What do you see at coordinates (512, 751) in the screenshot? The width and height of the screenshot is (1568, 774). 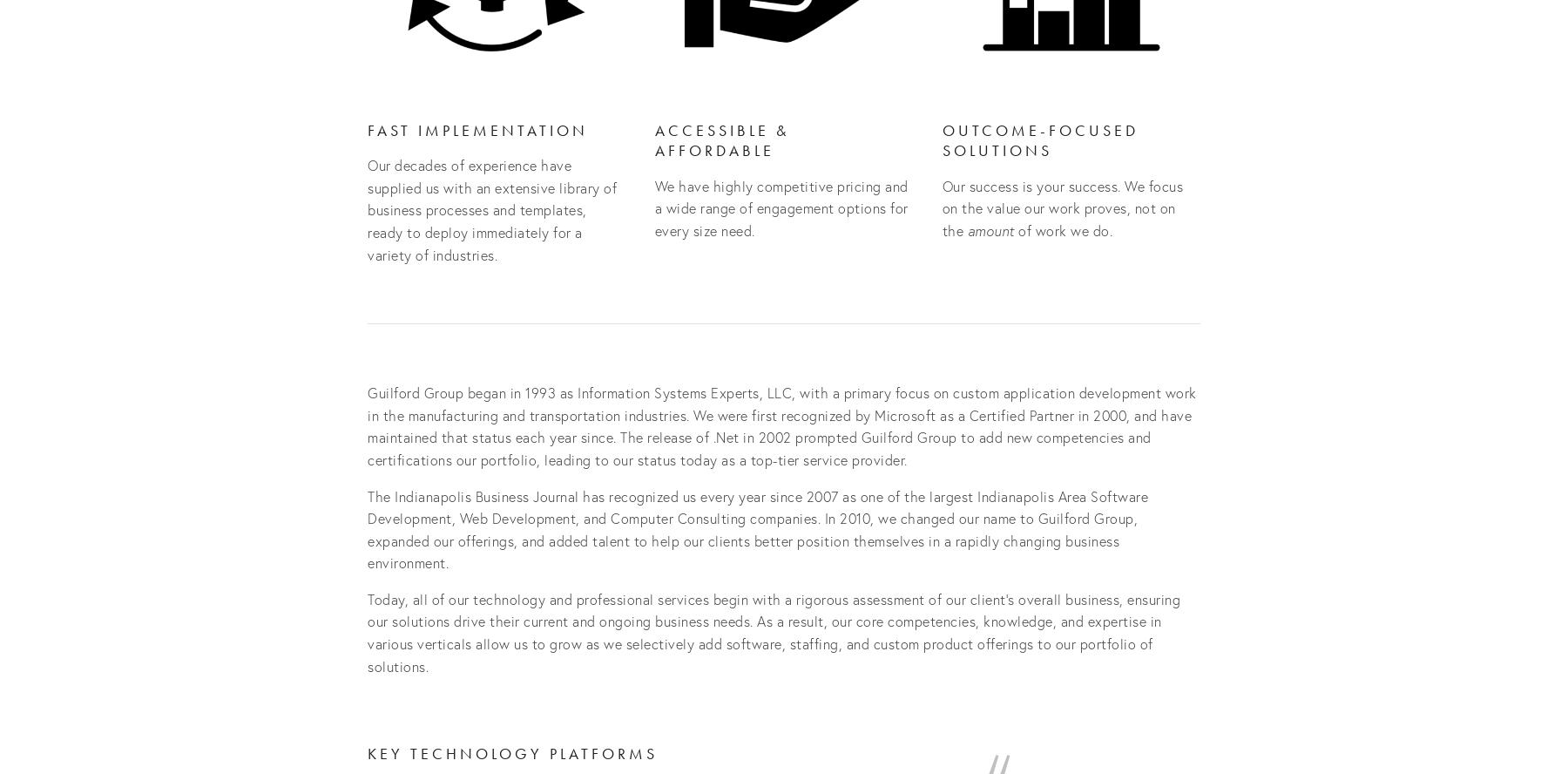 I see `'Key Technology Platforms'` at bounding box center [512, 751].